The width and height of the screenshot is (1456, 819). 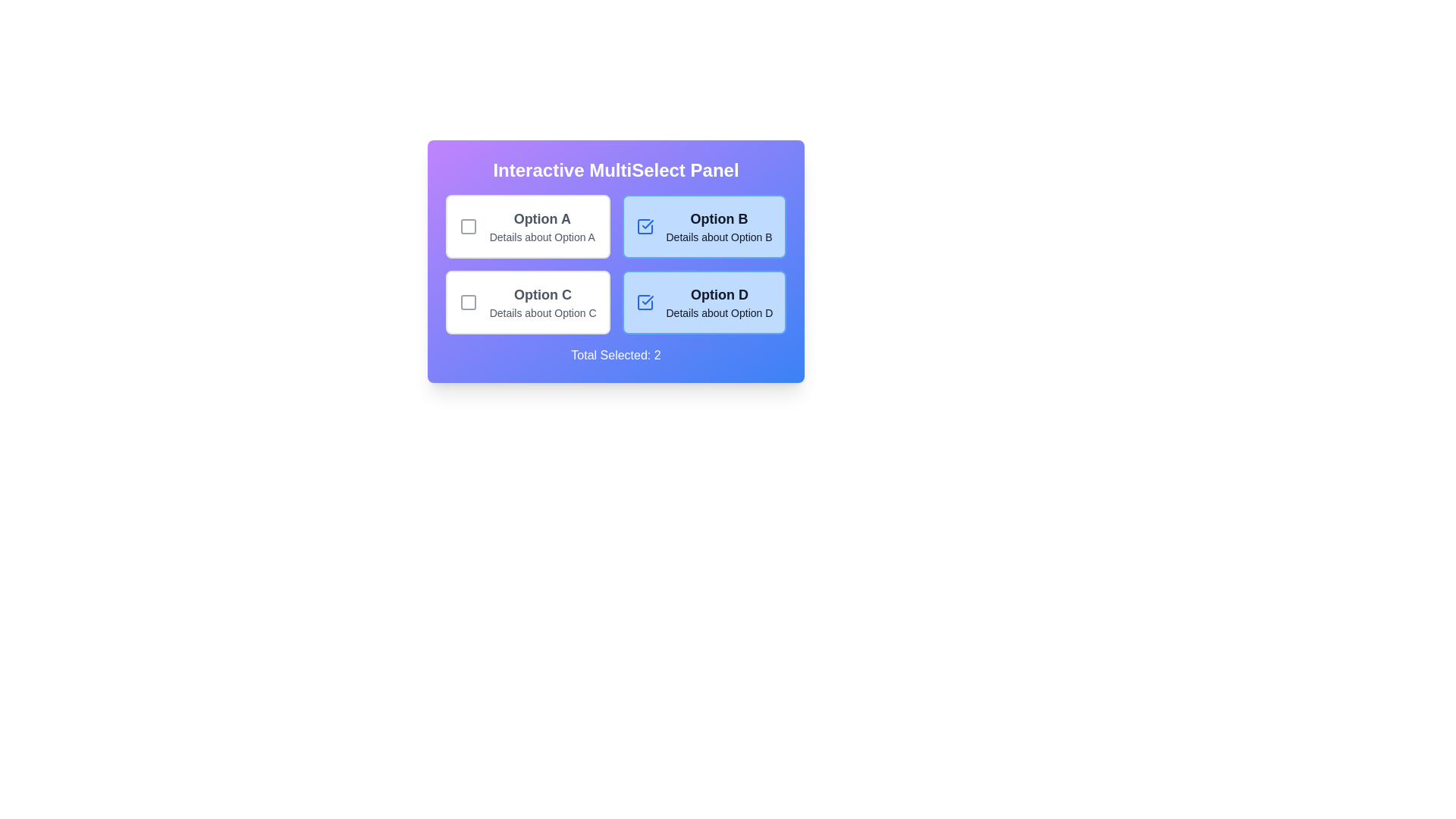 I want to click on the option Option B to read its details, so click(x=703, y=227).